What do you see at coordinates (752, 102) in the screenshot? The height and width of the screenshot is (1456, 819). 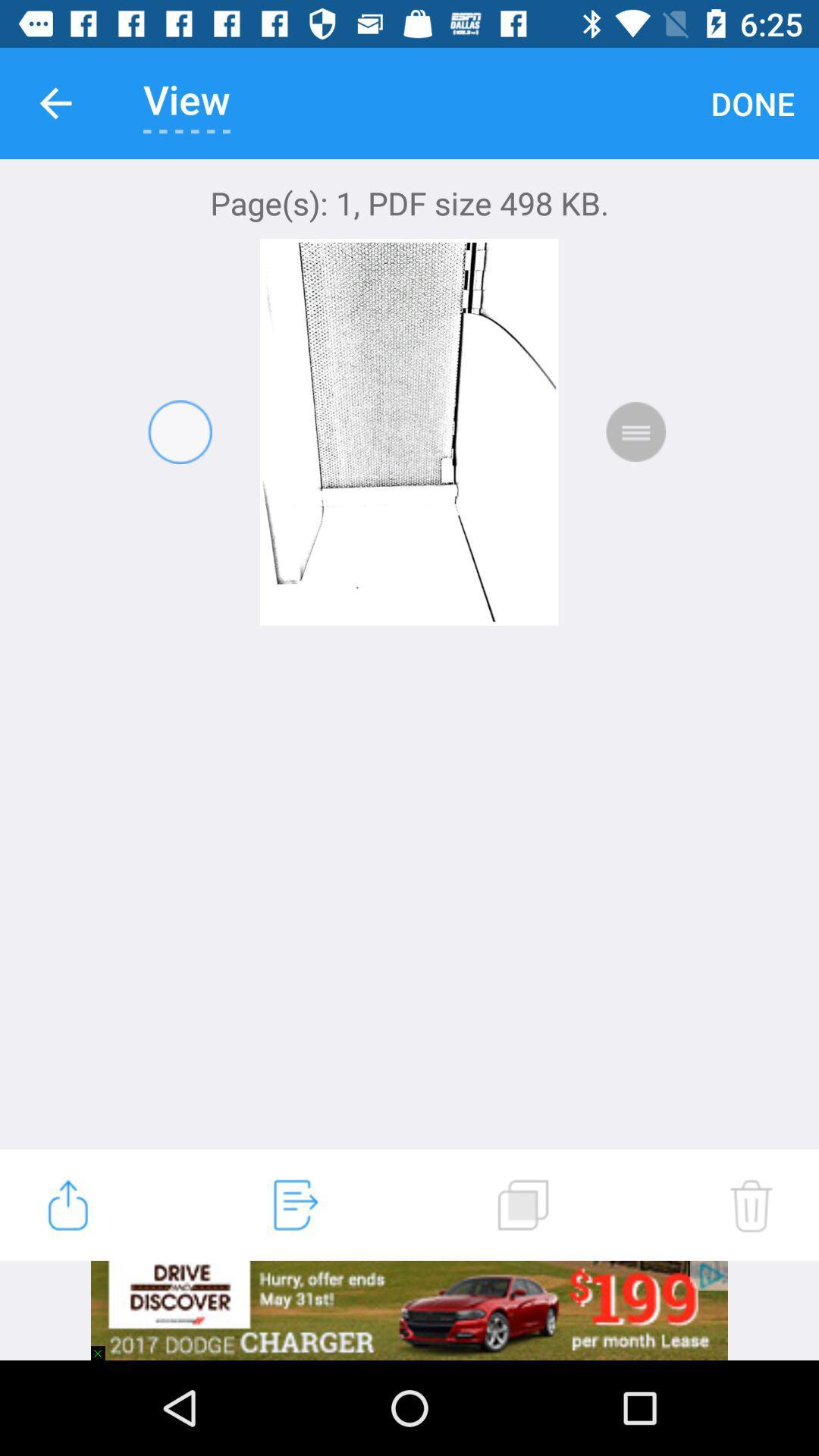 I see `icon above the page s 1 item` at bounding box center [752, 102].